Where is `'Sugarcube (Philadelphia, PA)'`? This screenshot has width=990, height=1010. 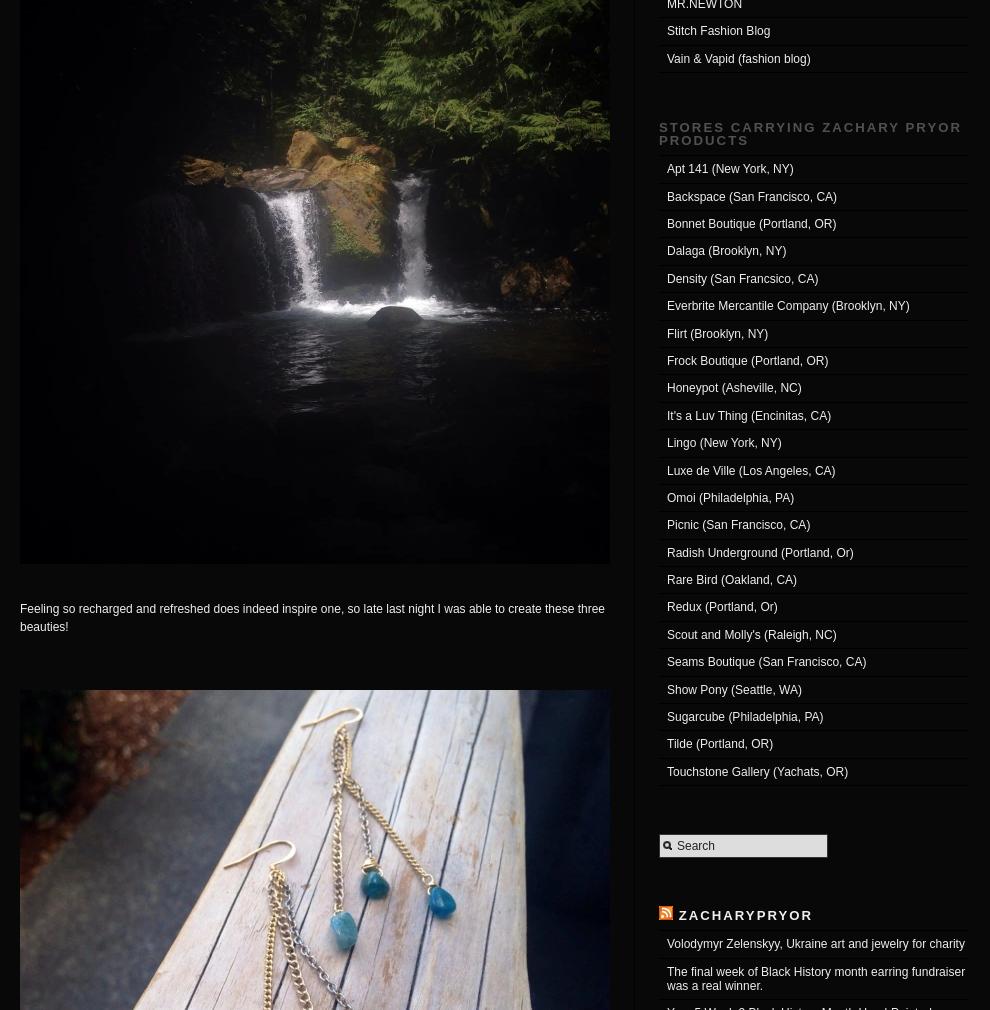
'Sugarcube (Philadelphia, PA)' is located at coordinates (666, 715).